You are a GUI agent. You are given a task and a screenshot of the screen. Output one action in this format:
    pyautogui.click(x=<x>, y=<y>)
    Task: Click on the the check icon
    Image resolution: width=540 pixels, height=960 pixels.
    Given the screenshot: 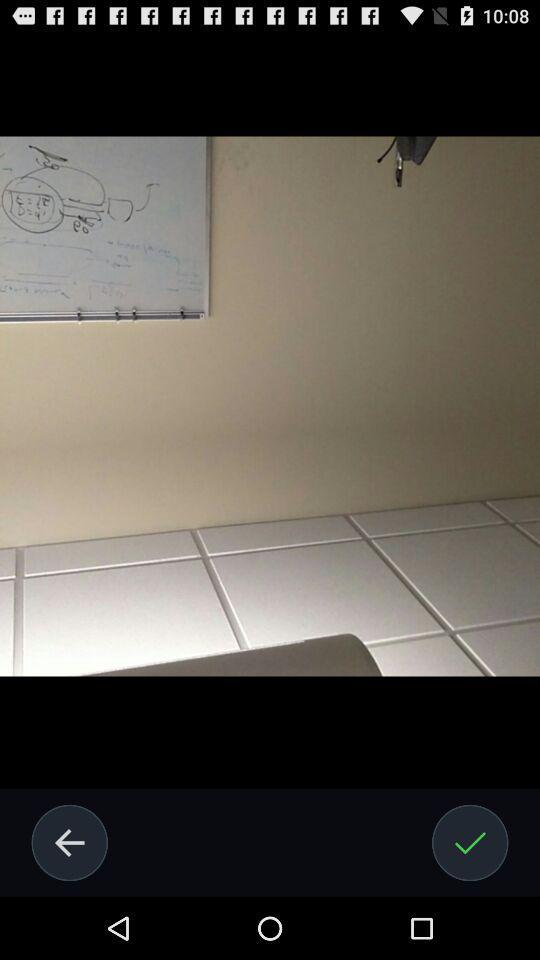 What is the action you would take?
    pyautogui.click(x=470, y=902)
    